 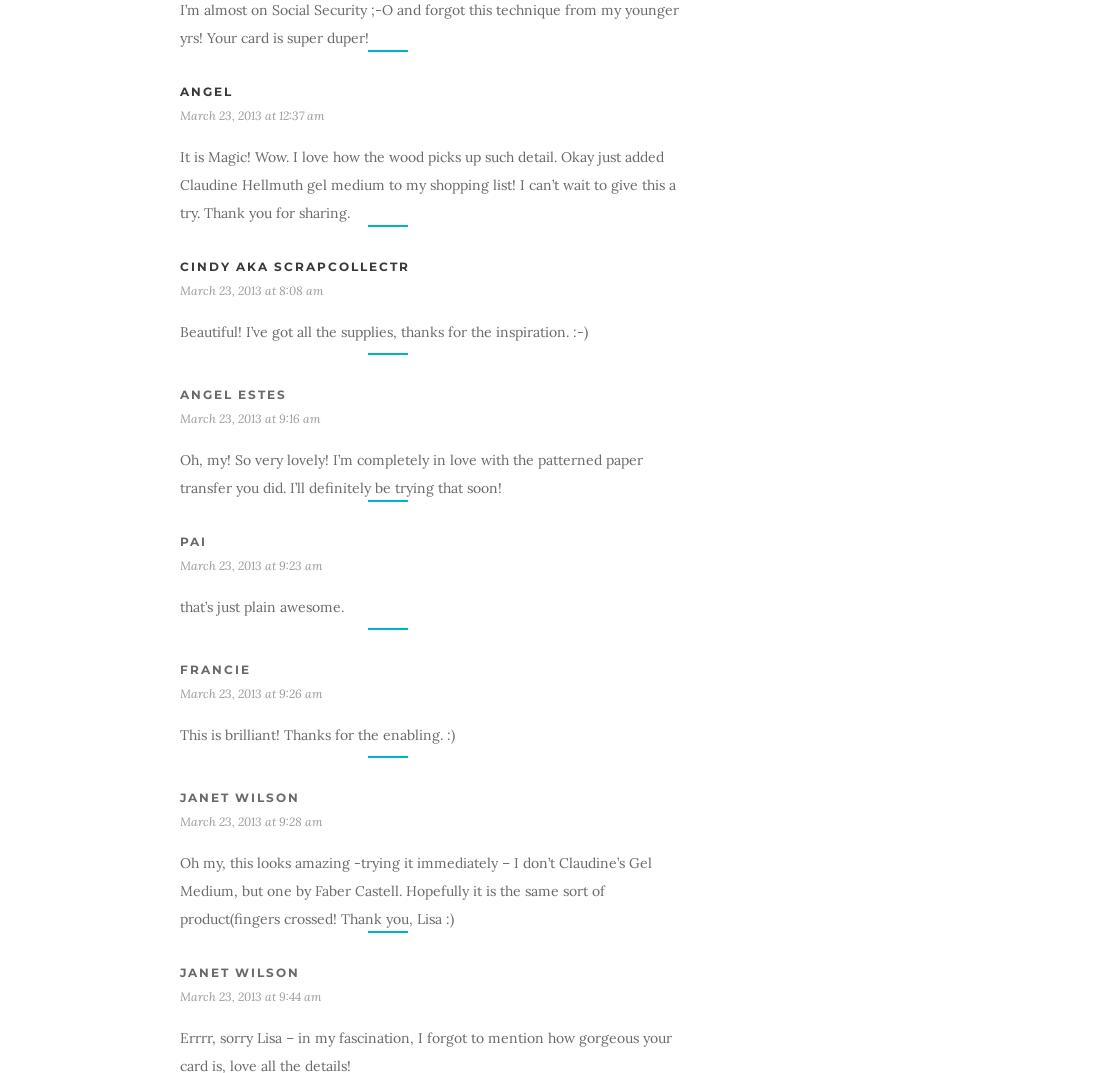 What do you see at coordinates (178, 21) in the screenshot?
I see `'I’m almost on Social Security  ;-O and forgot this technique from my younger yrs! Your card is super duper!'` at bounding box center [178, 21].